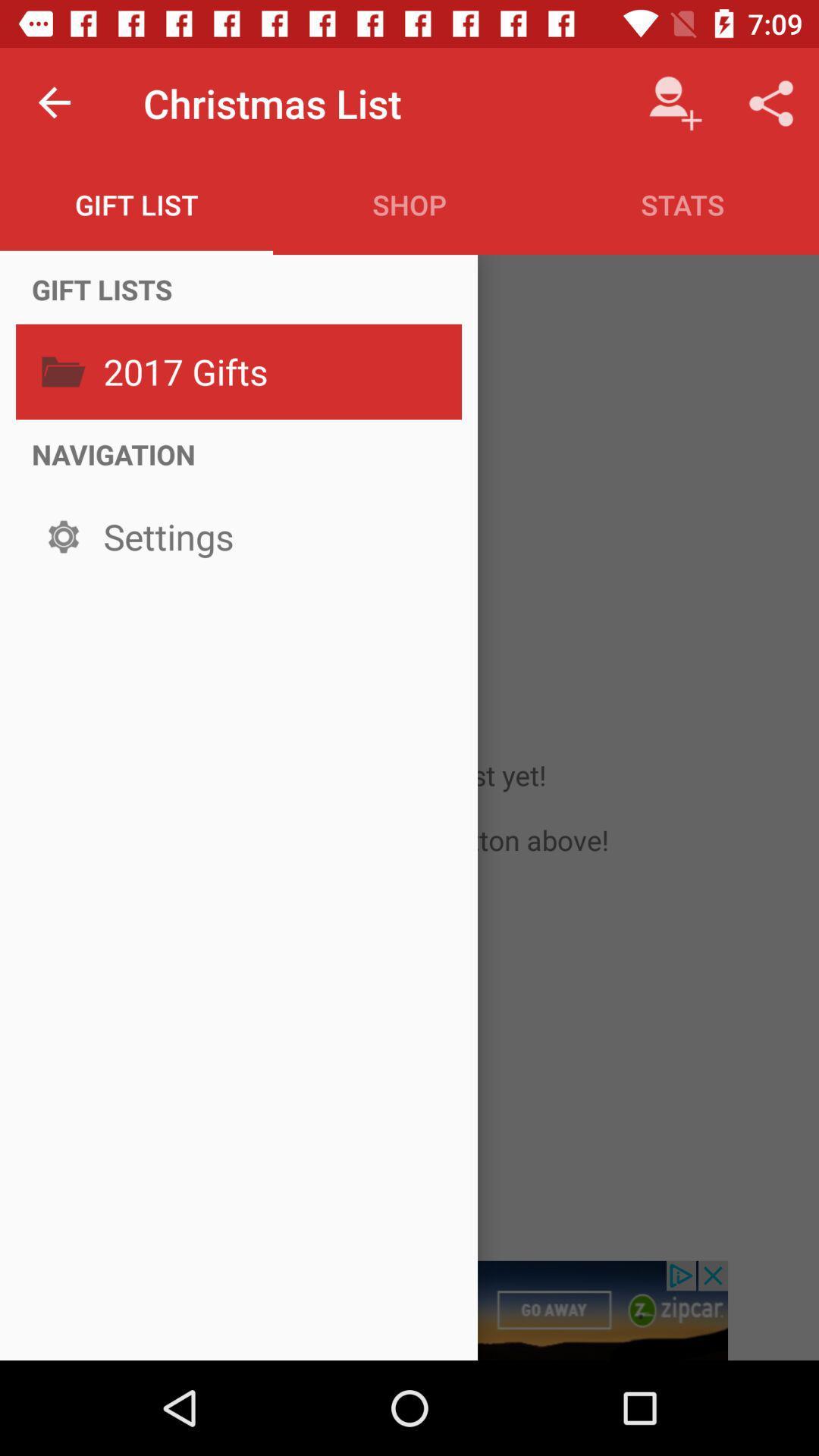 The width and height of the screenshot is (819, 1456). I want to click on the stats icon, so click(681, 204).